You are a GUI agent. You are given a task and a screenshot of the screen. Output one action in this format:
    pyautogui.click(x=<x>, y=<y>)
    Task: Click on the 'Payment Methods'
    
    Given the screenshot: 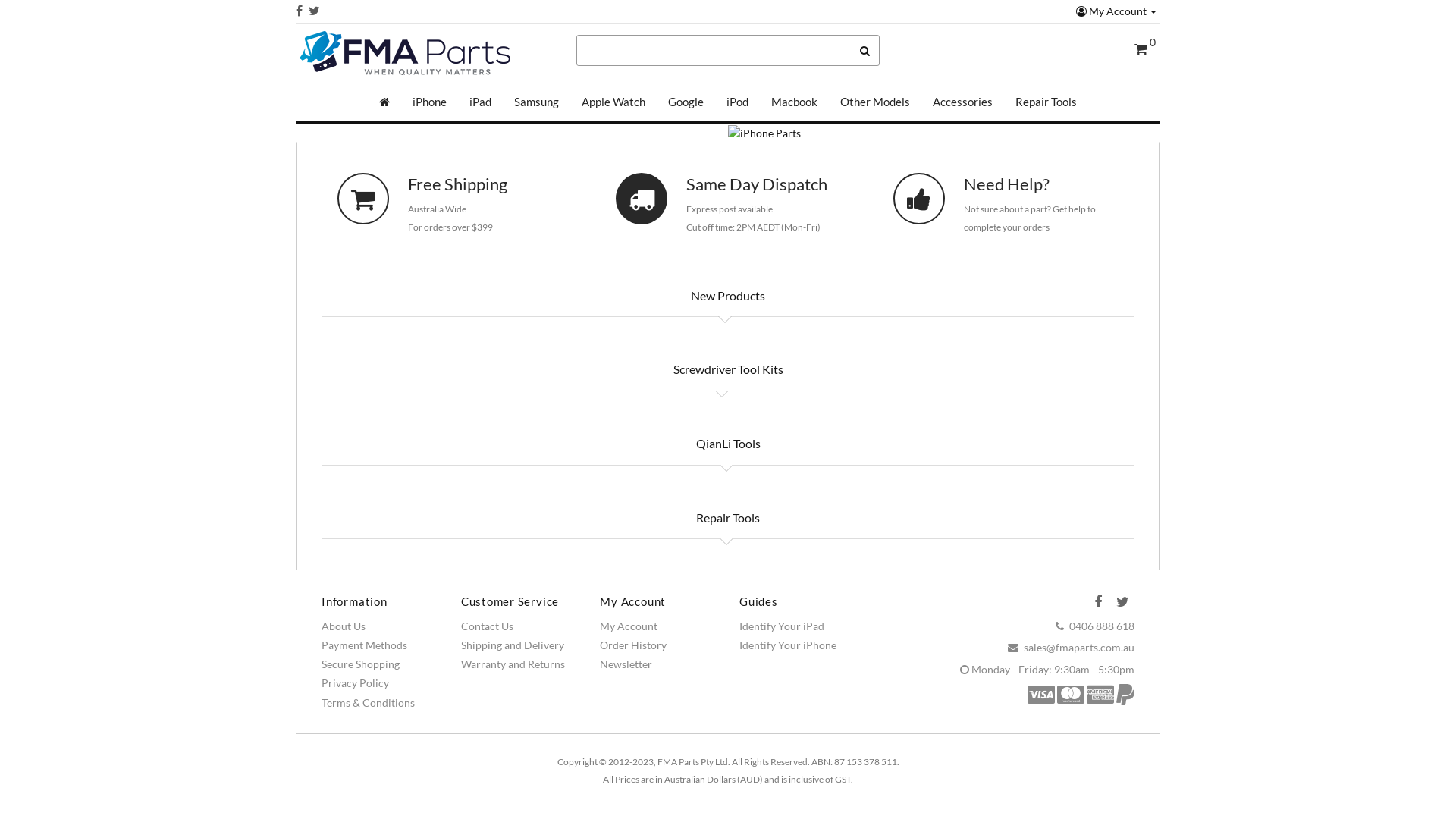 What is the action you would take?
    pyautogui.click(x=364, y=645)
    